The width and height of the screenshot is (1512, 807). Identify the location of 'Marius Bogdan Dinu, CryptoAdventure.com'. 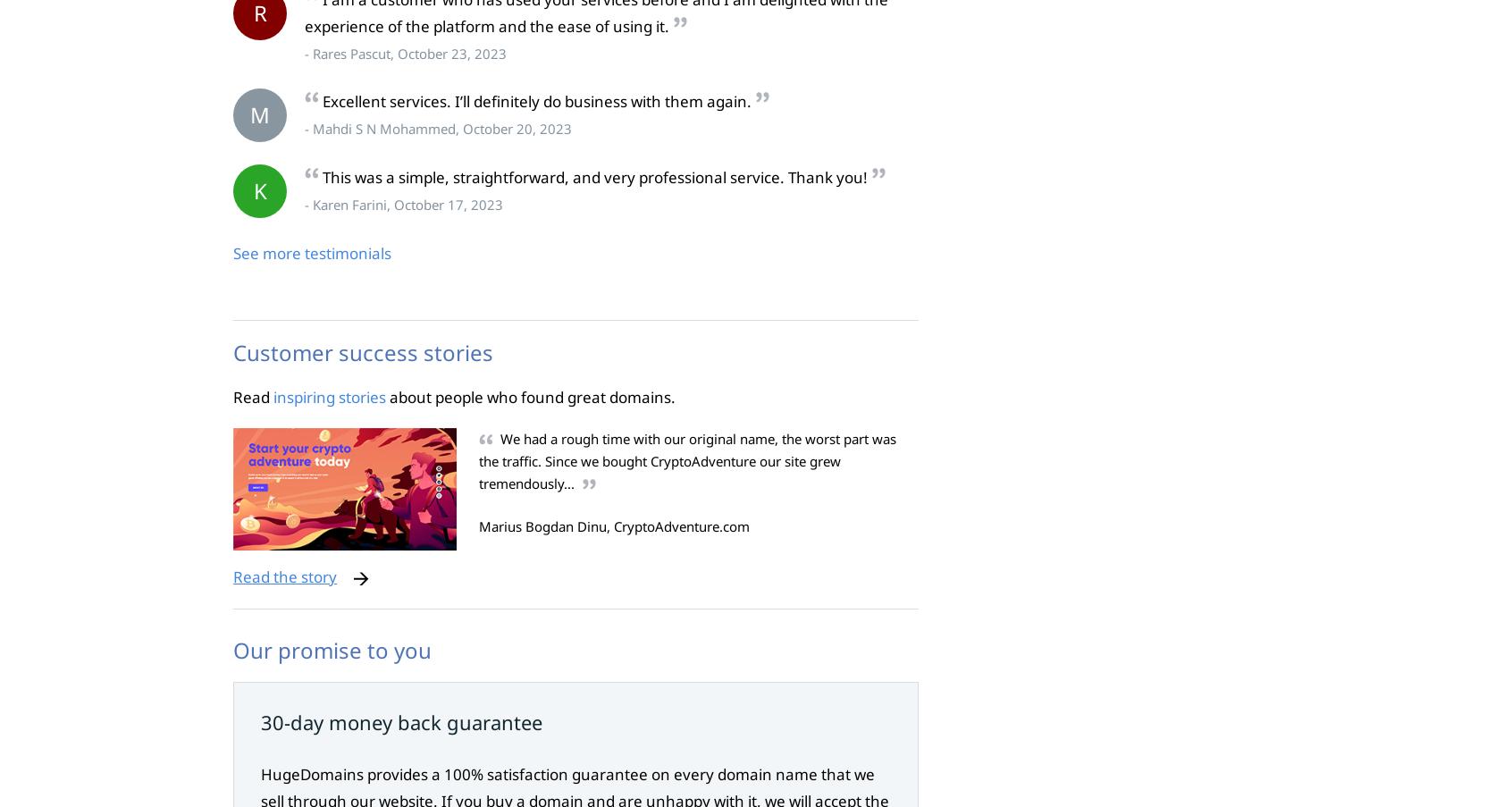
(614, 526).